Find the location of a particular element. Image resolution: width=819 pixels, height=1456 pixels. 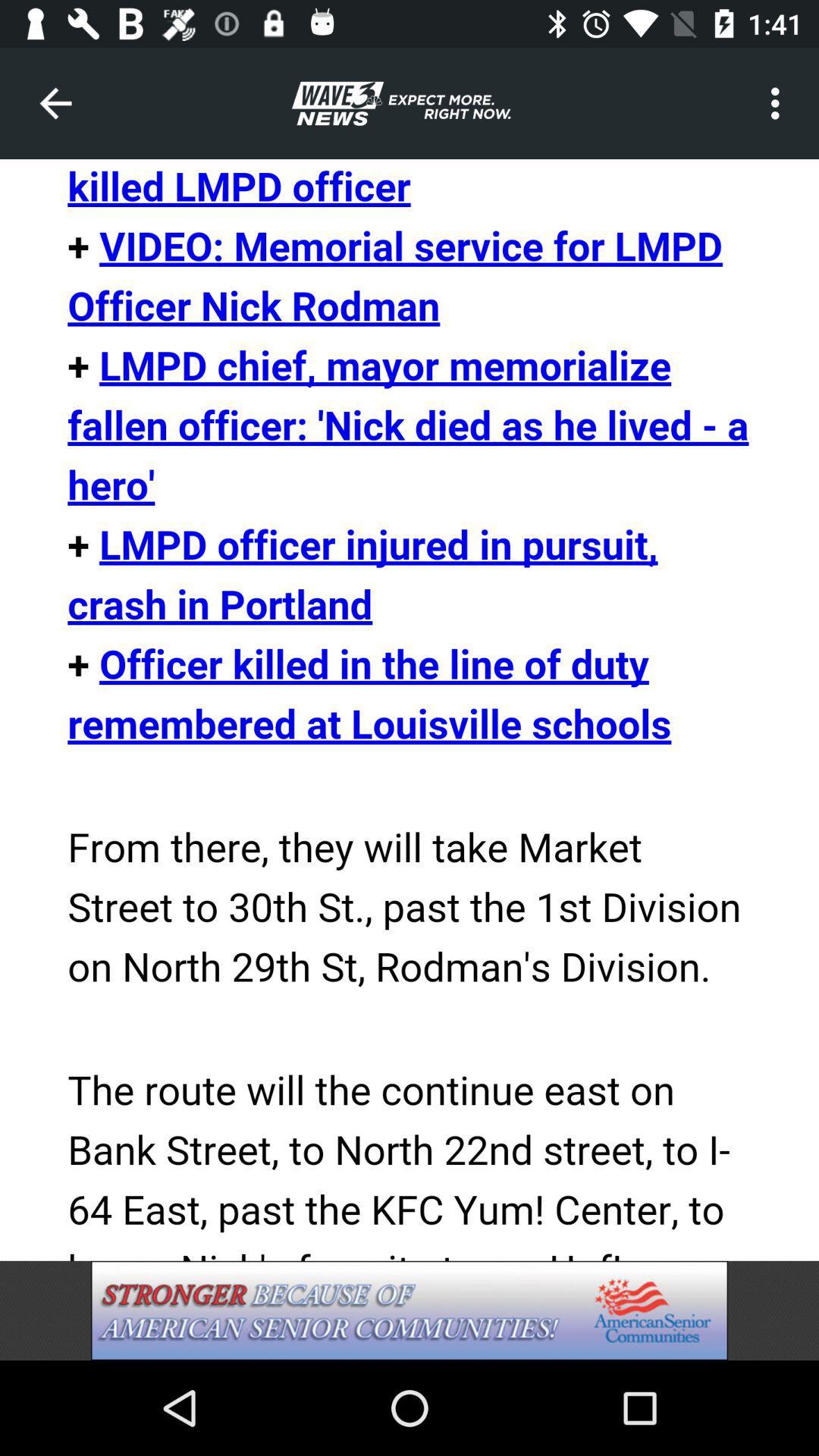

launch advertisement is located at coordinates (409, 1310).